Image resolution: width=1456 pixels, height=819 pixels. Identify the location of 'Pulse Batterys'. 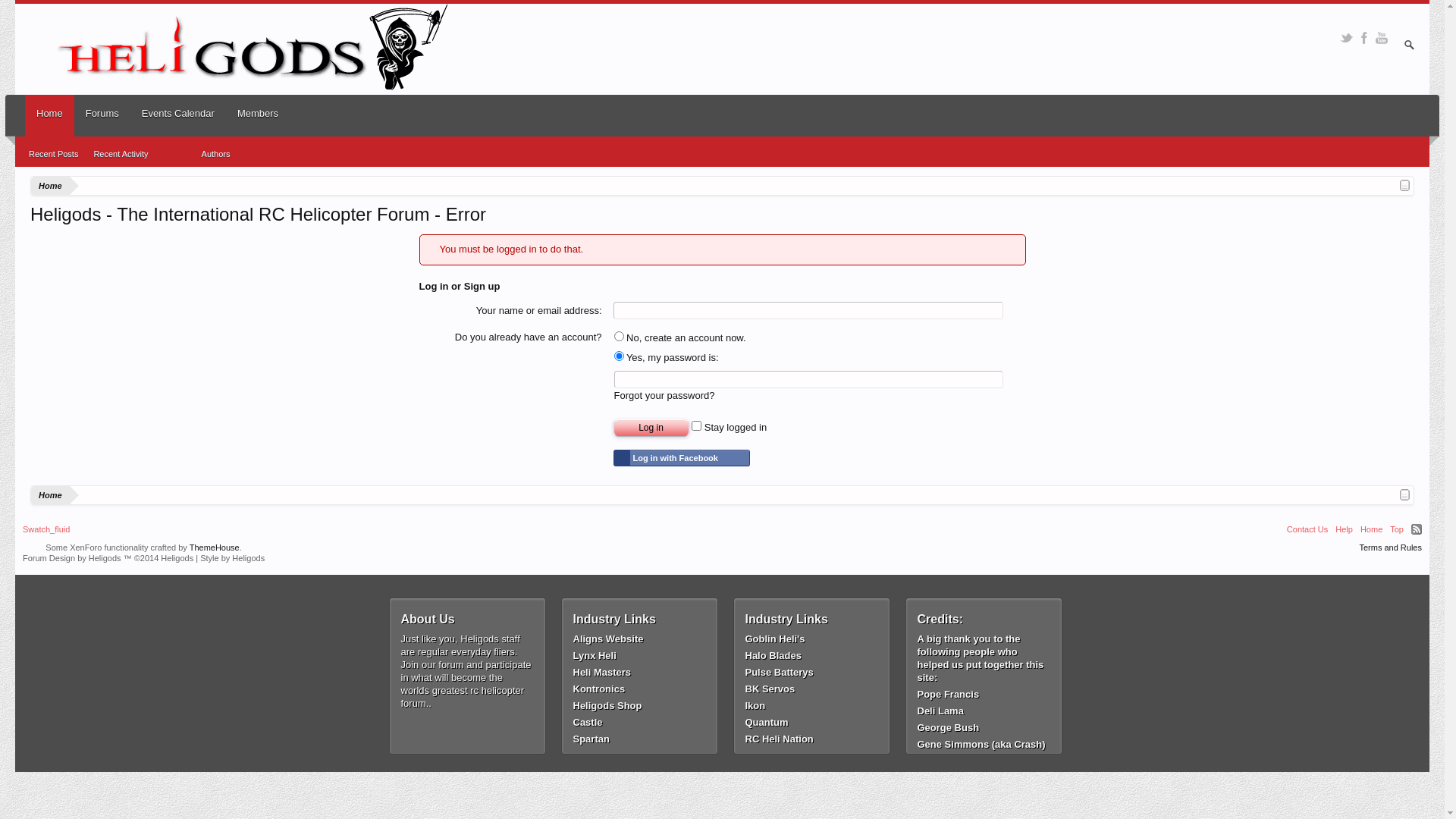
(745, 671).